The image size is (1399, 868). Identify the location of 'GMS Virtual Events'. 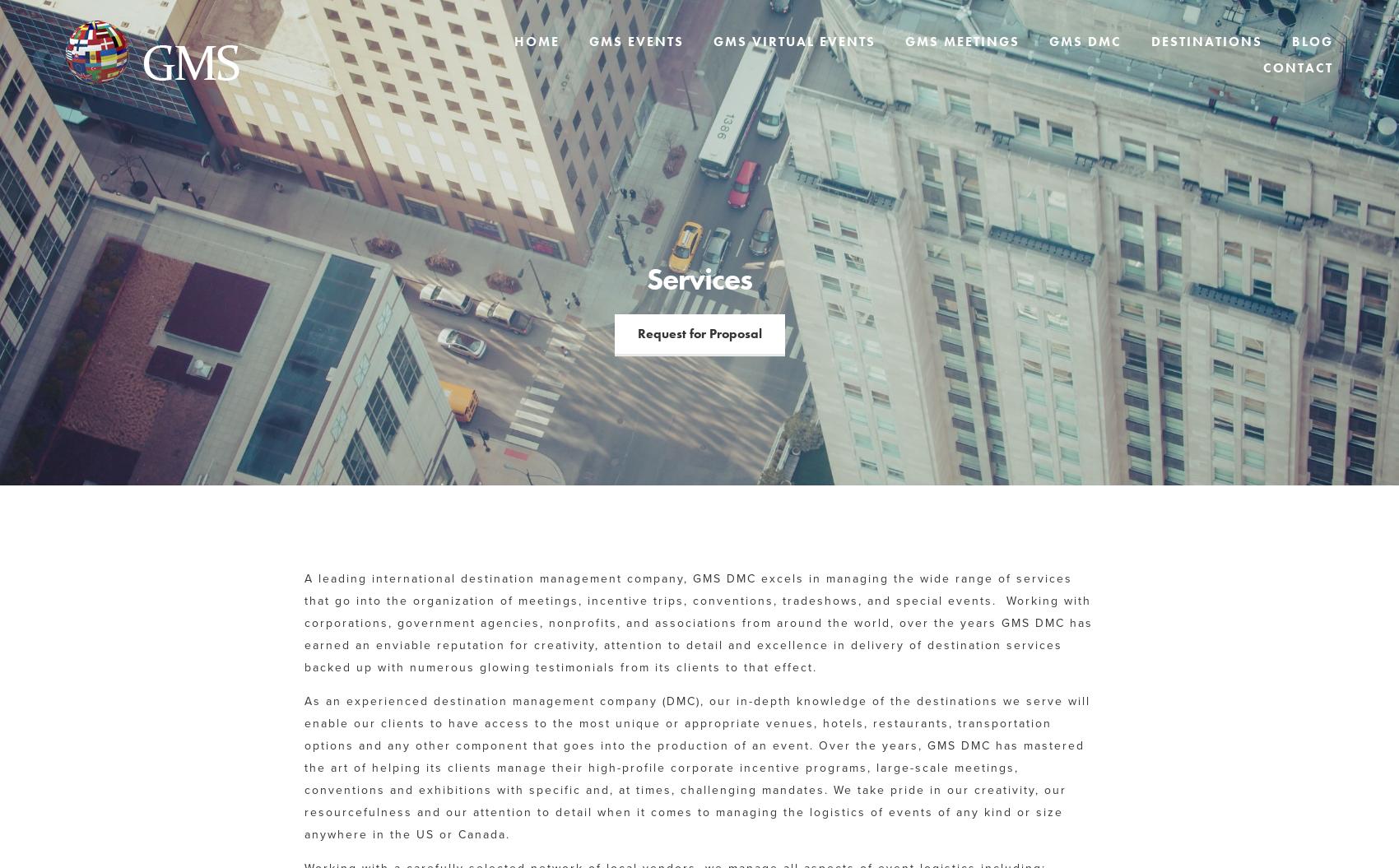
(793, 41).